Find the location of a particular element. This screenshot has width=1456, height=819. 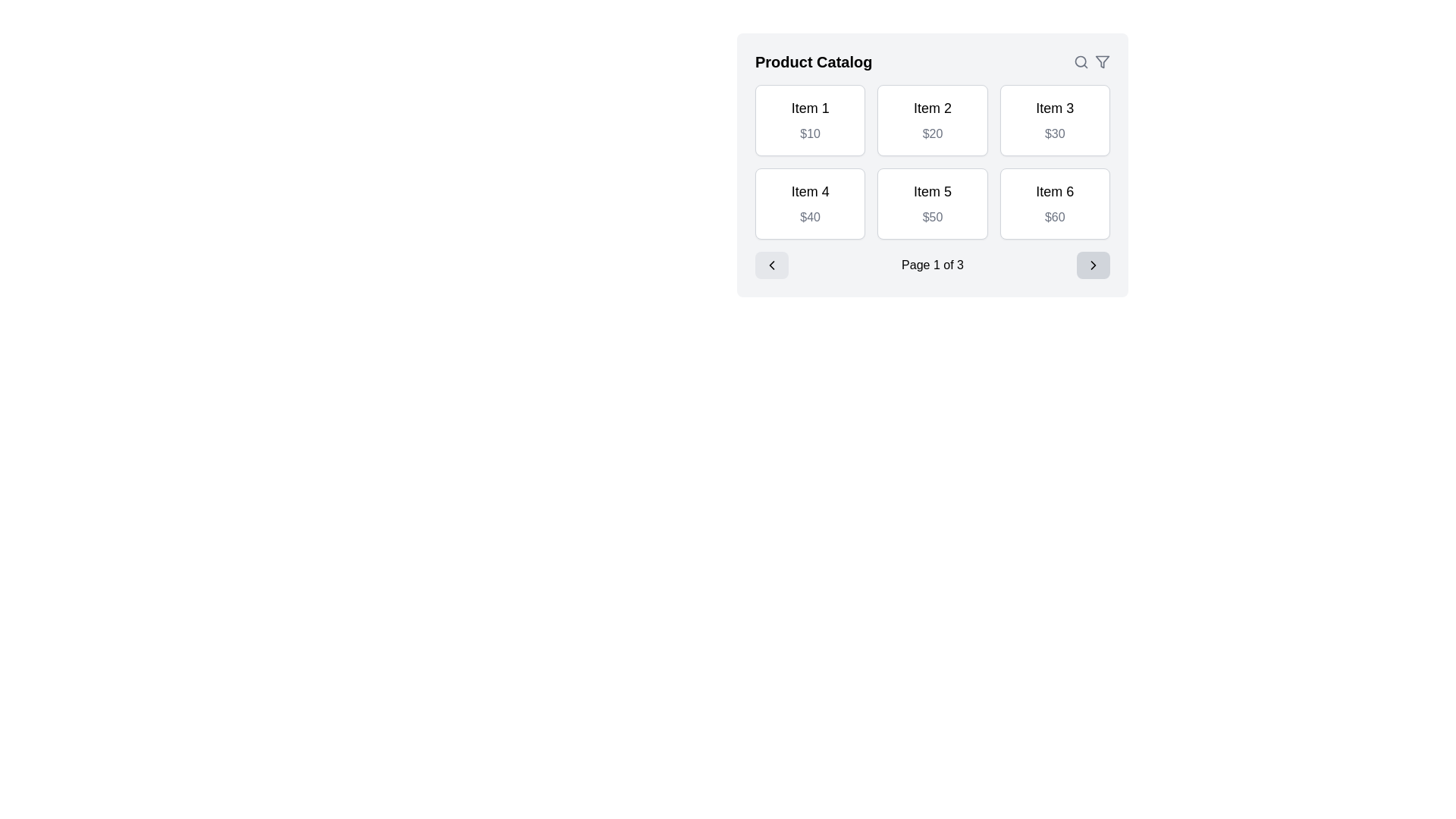

the 'previous page' button located at the bottom-left corner of the product catalog panel is located at coordinates (771, 265).